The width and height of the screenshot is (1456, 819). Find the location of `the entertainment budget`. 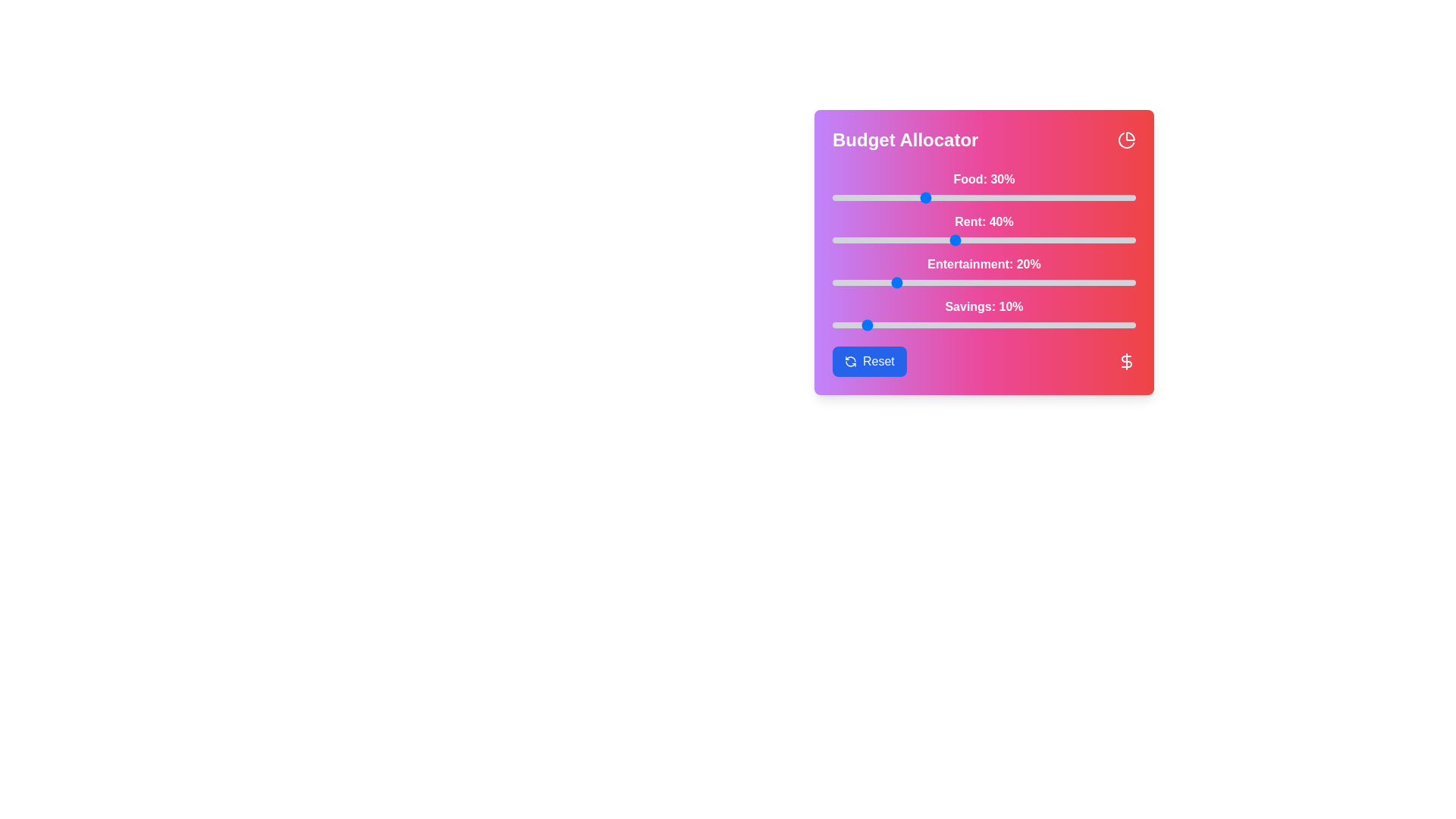

the entertainment budget is located at coordinates (1037, 283).